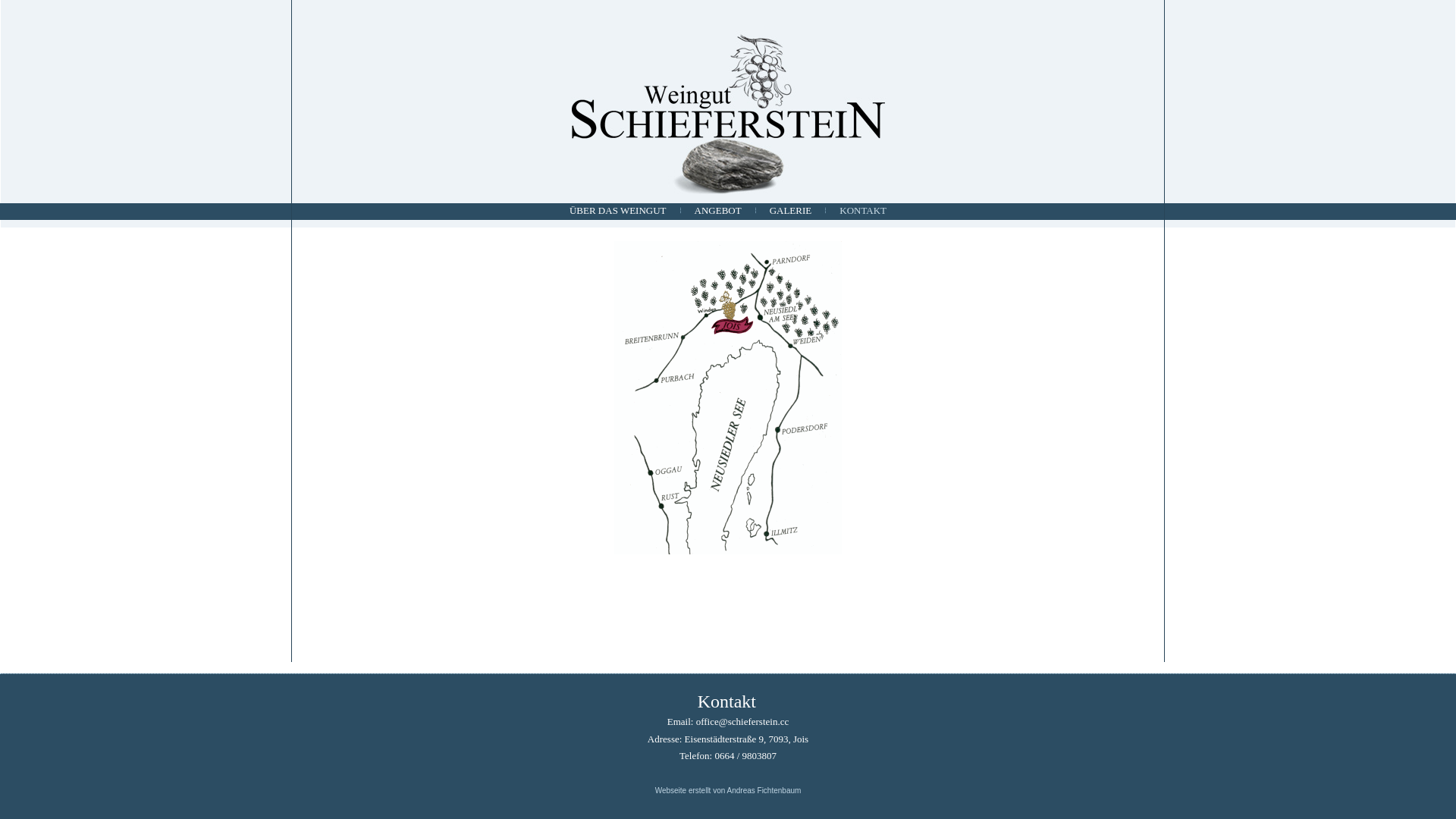 This screenshot has width=1456, height=819. What do you see at coordinates (862, 210) in the screenshot?
I see `'KONTAKT'` at bounding box center [862, 210].